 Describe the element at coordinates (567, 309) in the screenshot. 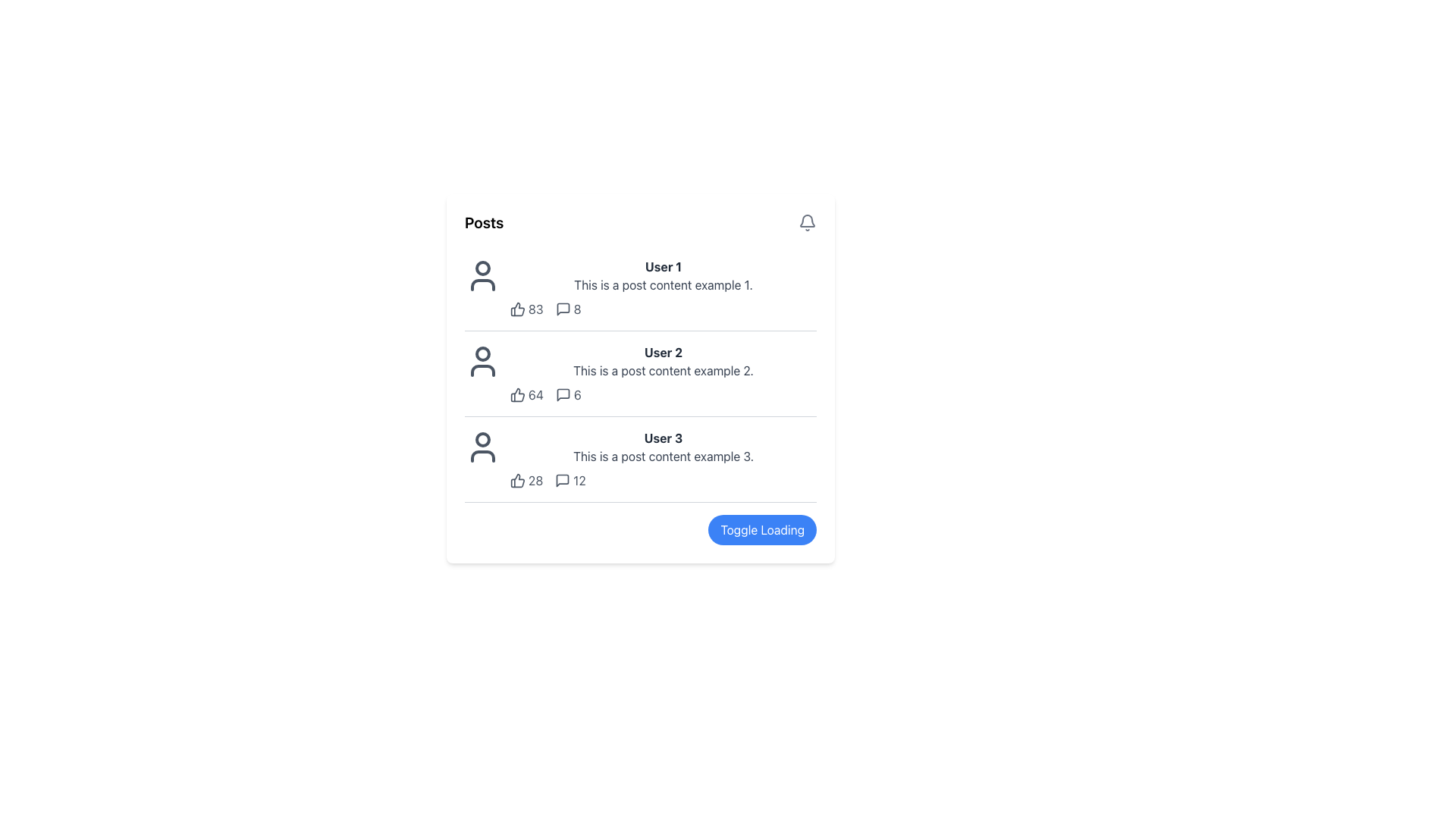

I see `the small number '8' displayed on the right side of the speech bubble icon, which is the third item in a horizontal alignment of interaction icons and counts in the top user post section` at that location.